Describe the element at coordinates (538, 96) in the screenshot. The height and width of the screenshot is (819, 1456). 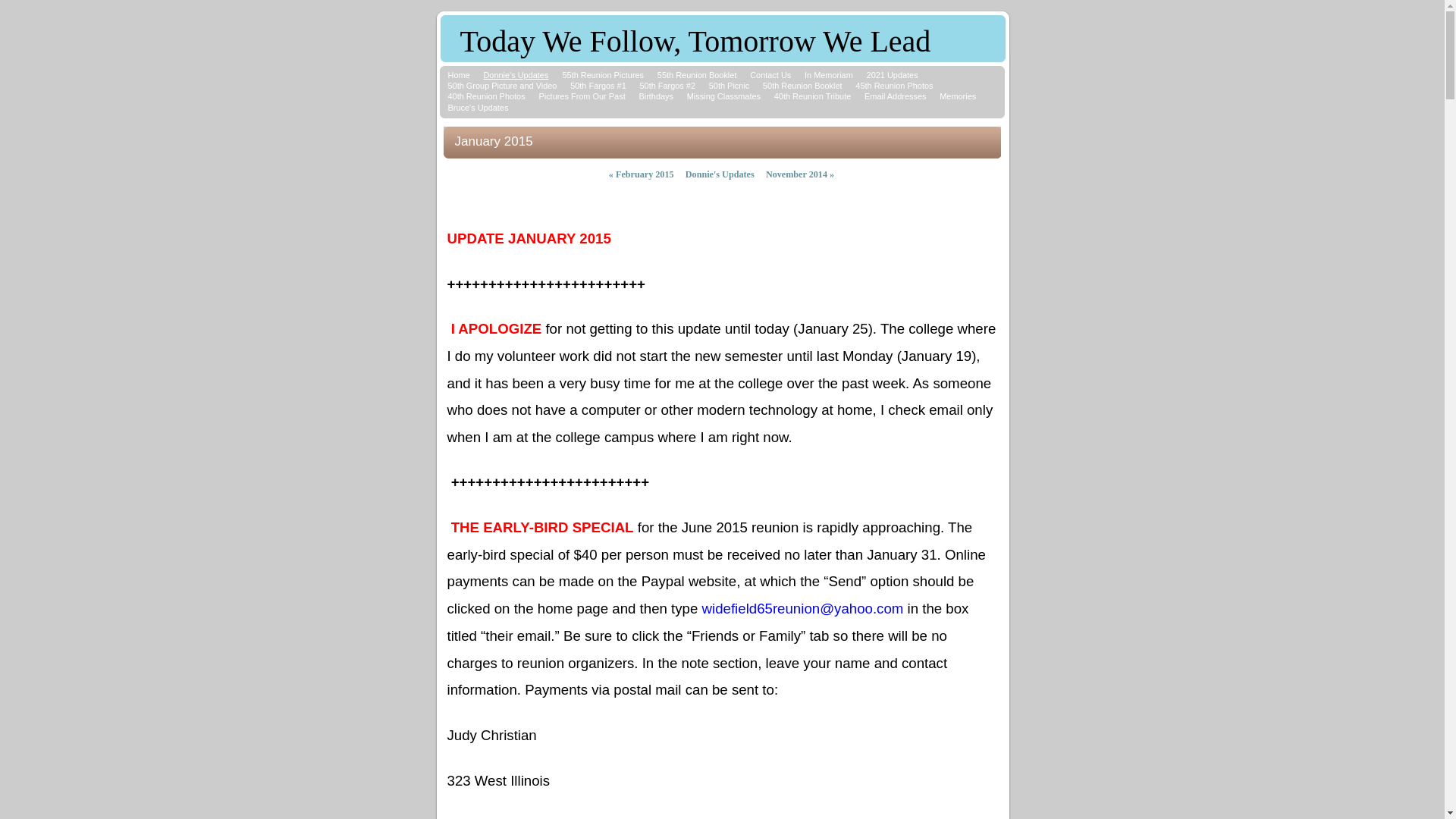
I see `'Pictures From Our Past'` at that location.